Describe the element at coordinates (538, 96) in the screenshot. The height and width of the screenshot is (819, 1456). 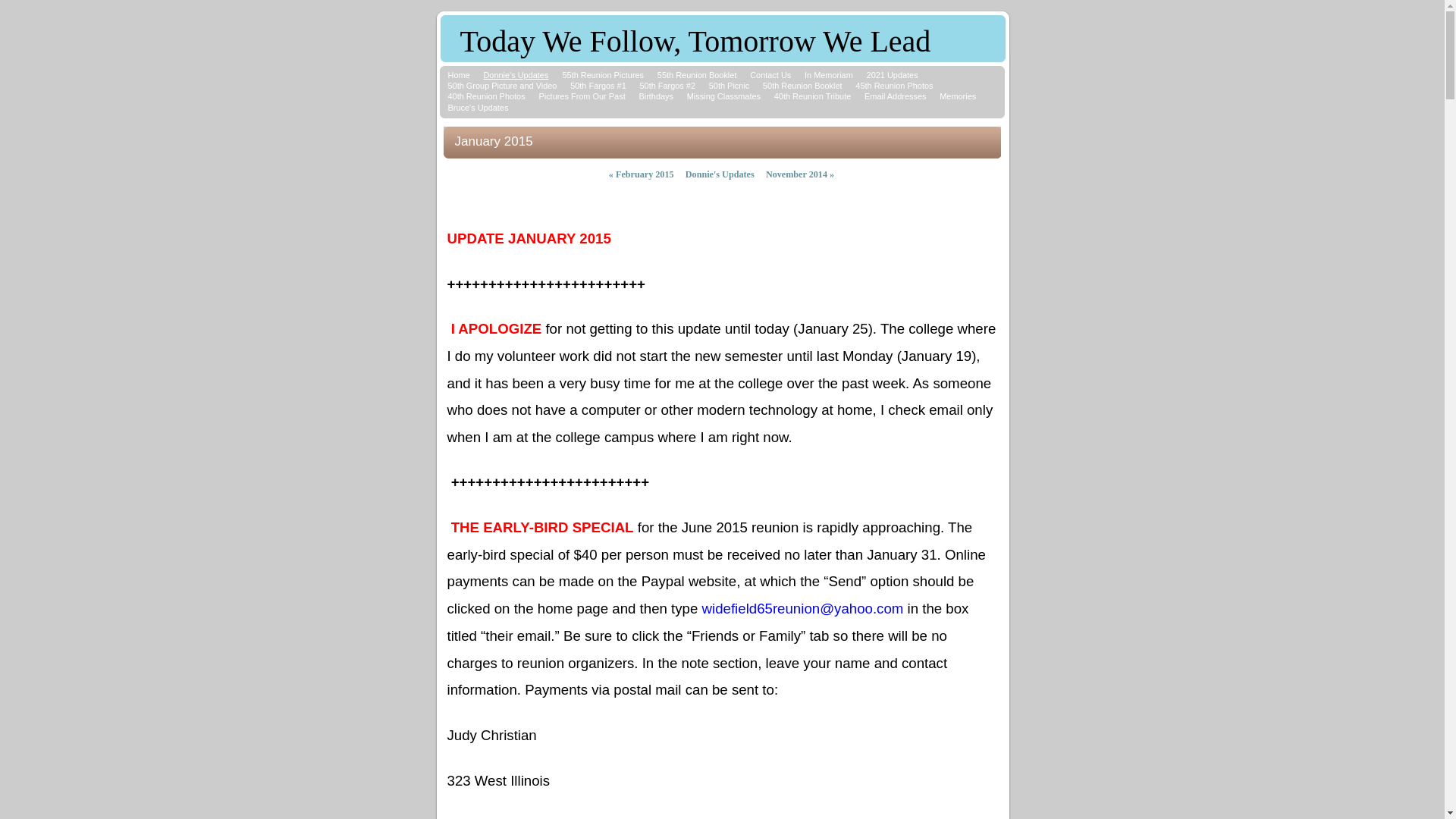
I see `'Pictures From Our Past'` at that location.